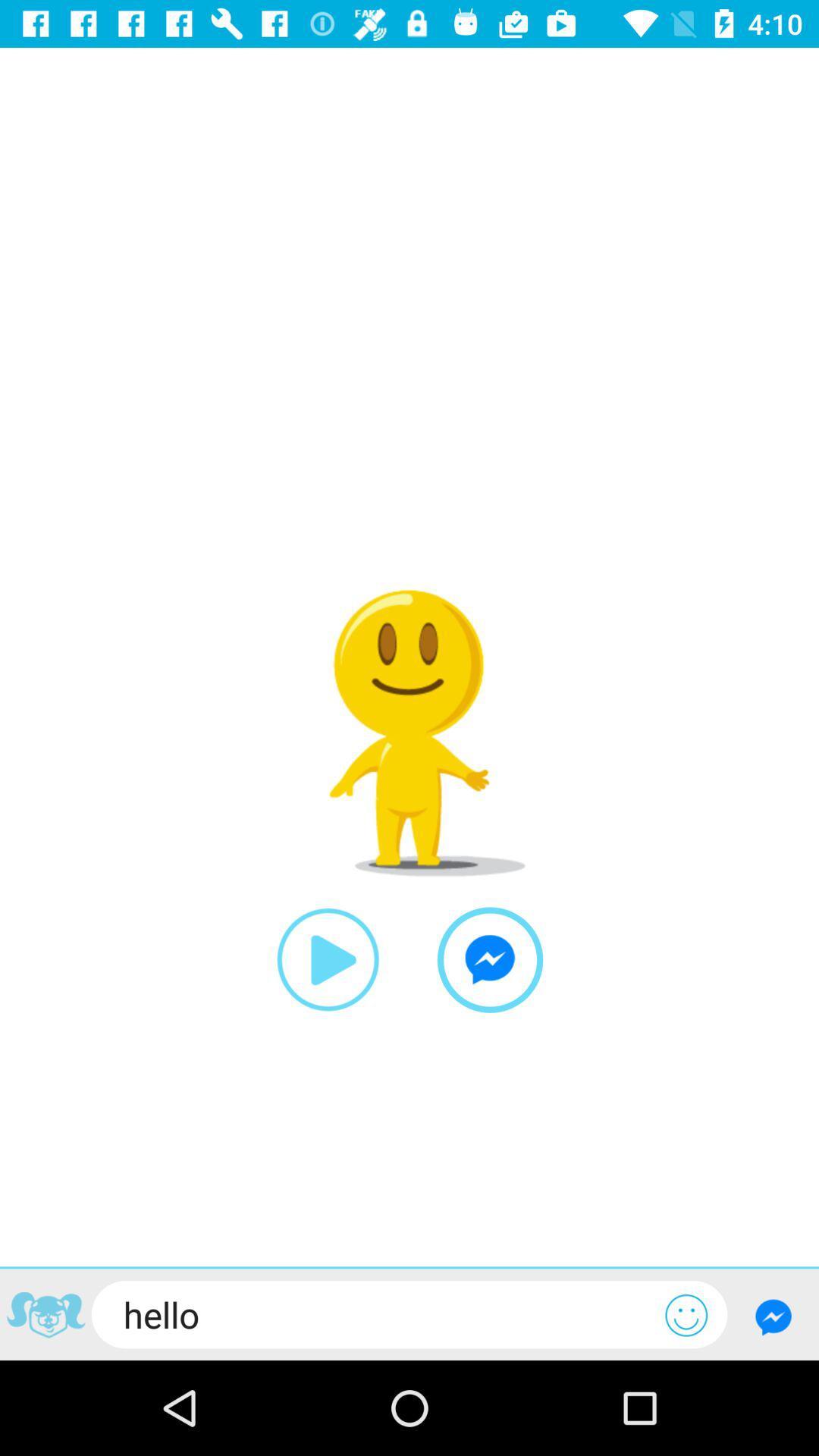 The height and width of the screenshot is (1456, 819). What do you see at coordinates (378, 1313) in the screenshot?
I see `hello icon` at bounding box center [378, 1313].